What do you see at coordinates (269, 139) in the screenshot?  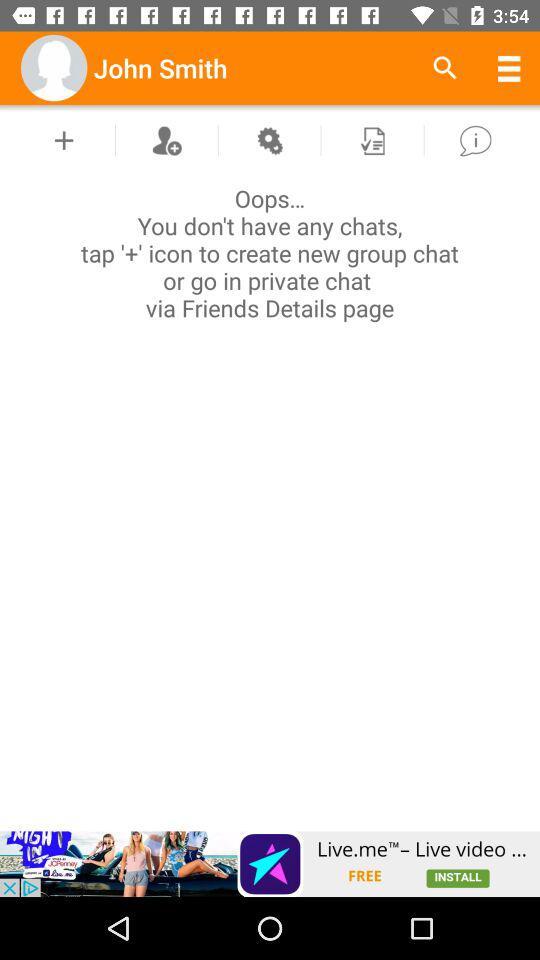 I see `open settings` at bounding box center [269, 139].